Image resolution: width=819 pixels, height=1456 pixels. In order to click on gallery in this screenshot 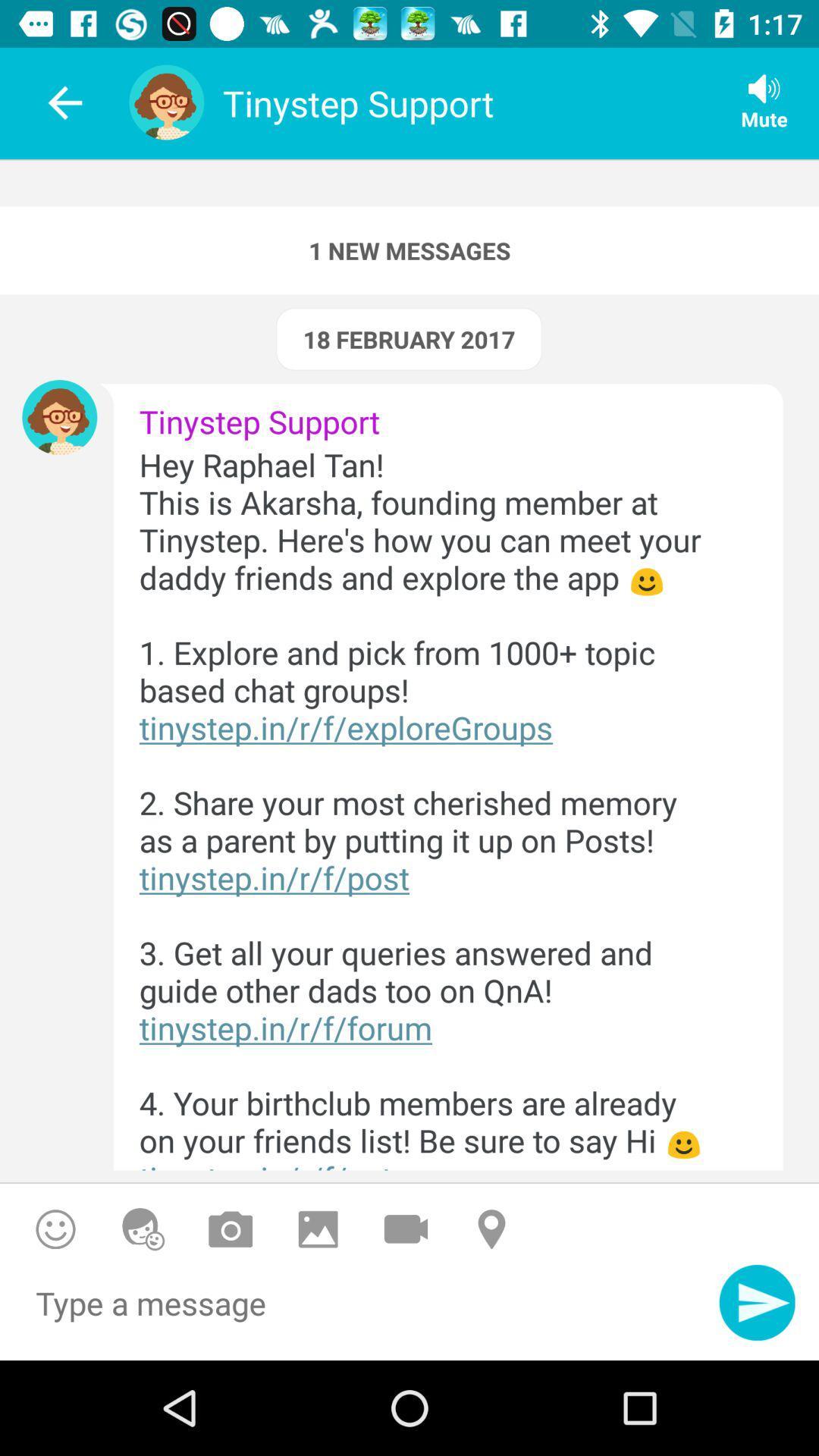, I will do `click(318, 1229)`.